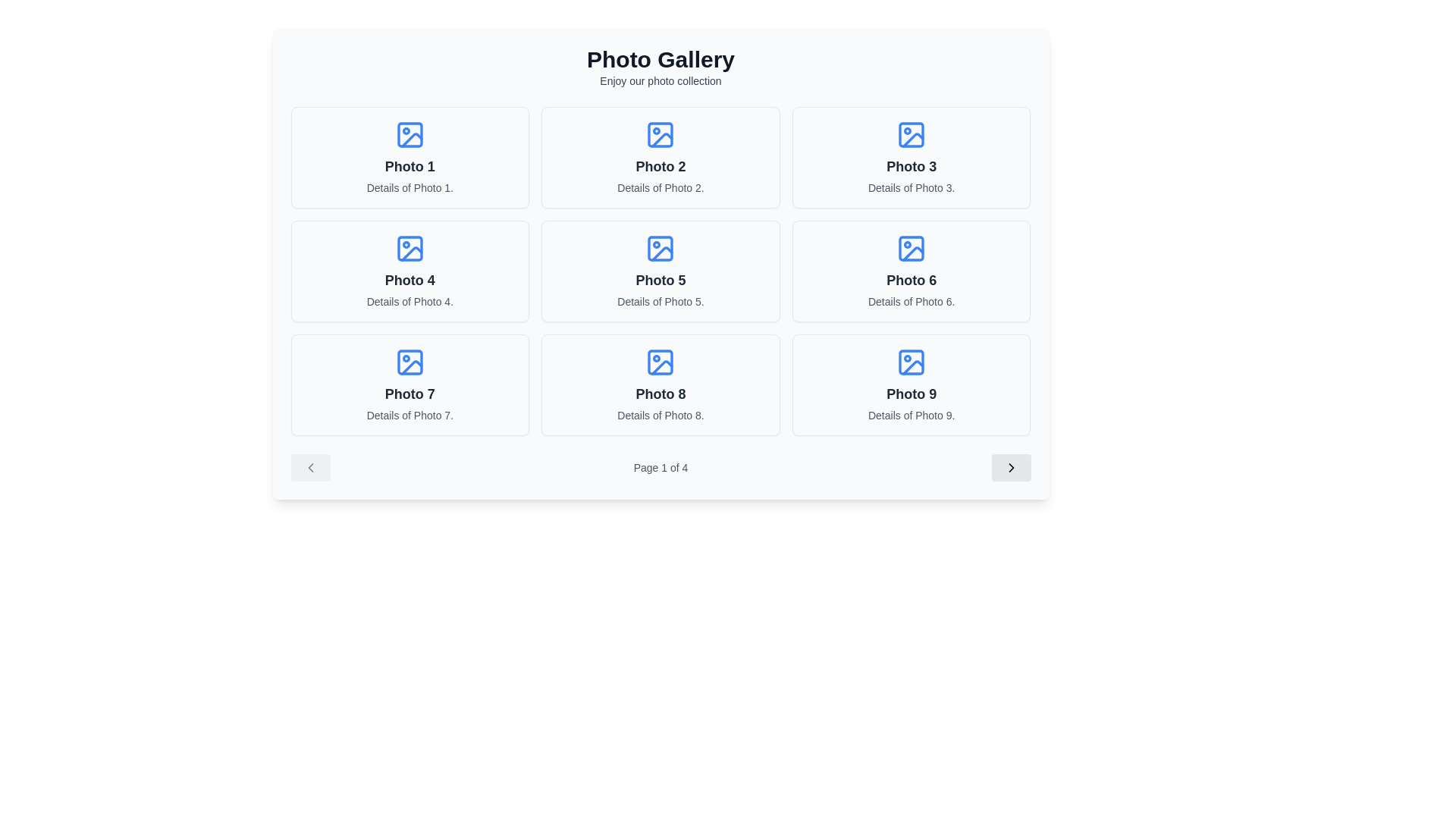 The height and width of the screenshot is (819, 1456). Describe the element at coordinates (1011, 467) in the screenshot. I see `the navigation button located at the bottom-right corner of the interface to progress to the next page` at that location.